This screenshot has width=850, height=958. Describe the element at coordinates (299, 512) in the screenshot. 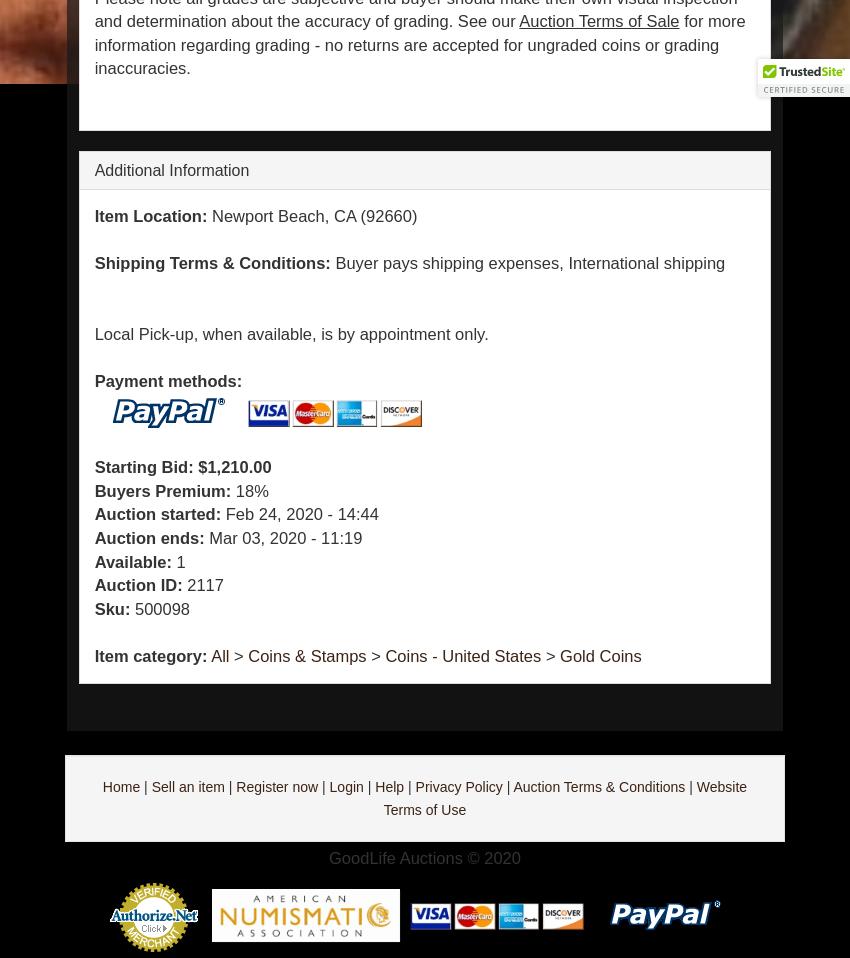

I see `'Feb 24, 2020 - 14:44'` at that location.